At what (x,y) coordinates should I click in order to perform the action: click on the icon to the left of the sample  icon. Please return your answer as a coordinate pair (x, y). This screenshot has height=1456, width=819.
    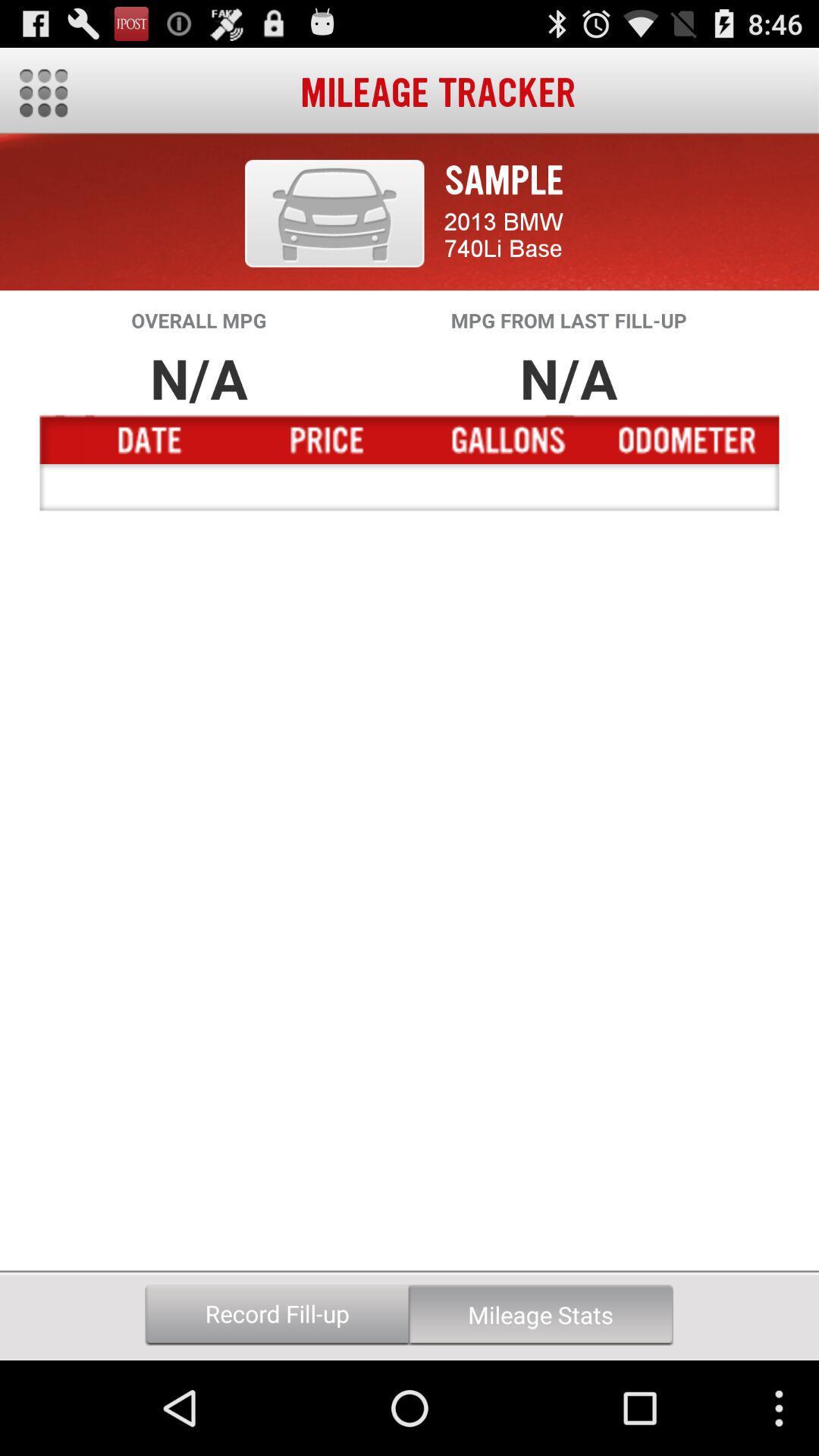
    Looking at the image, I should click on (334, 212).